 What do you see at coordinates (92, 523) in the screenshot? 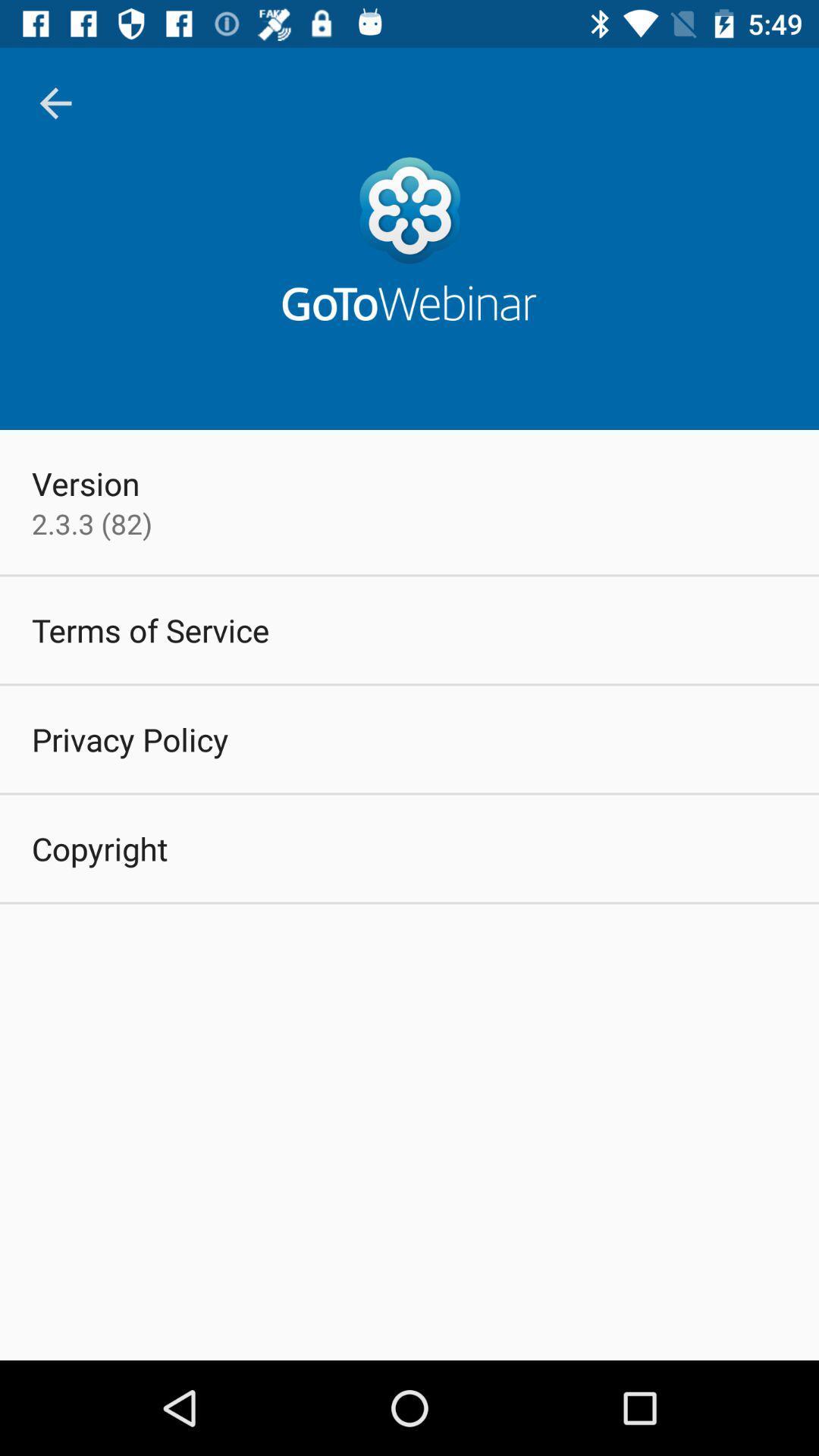
I see `the 2 3 3 item` at bounding box center [92, 523].